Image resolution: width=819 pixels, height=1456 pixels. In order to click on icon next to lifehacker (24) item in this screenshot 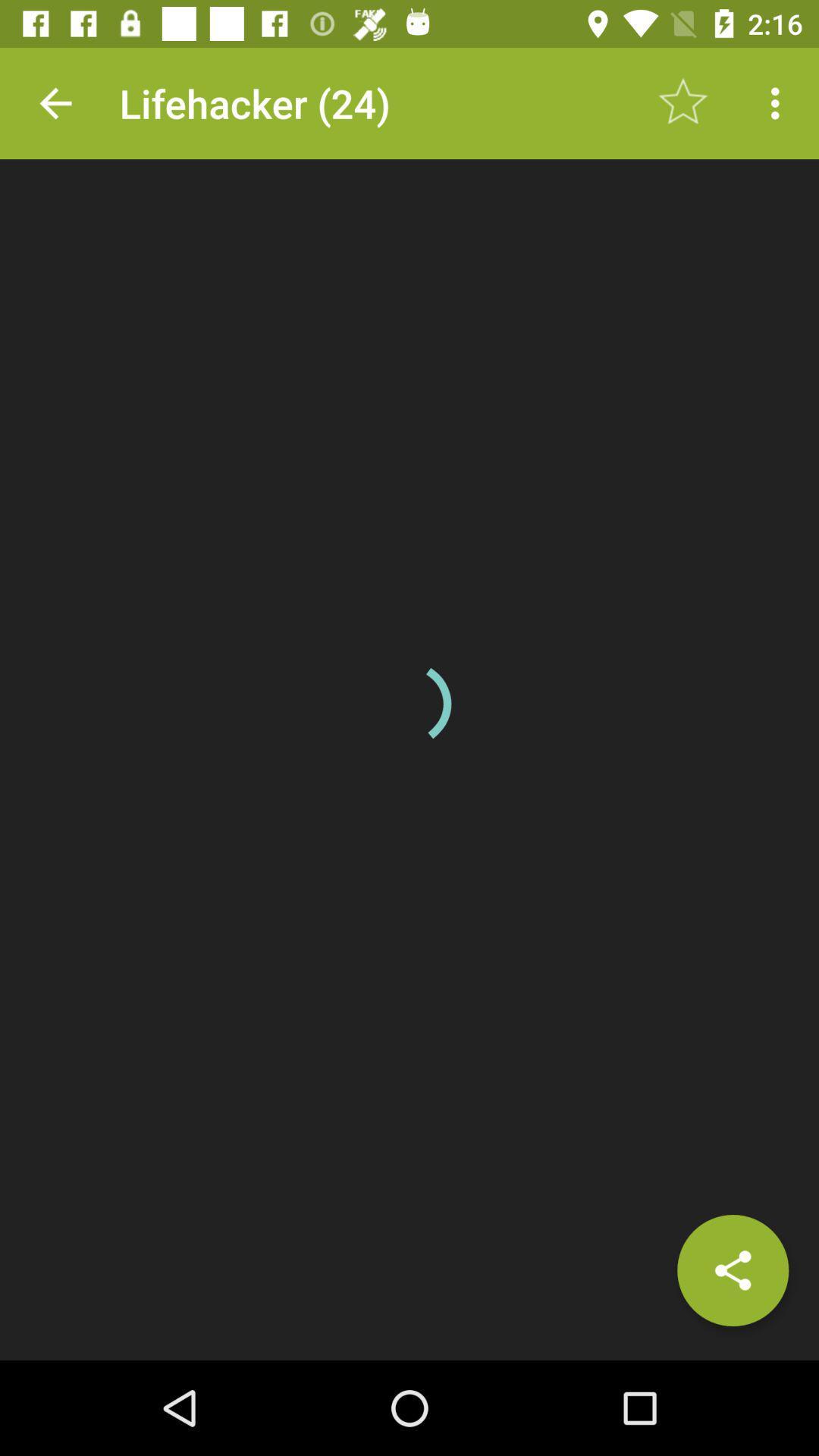, I will do `click(683, 102)`.